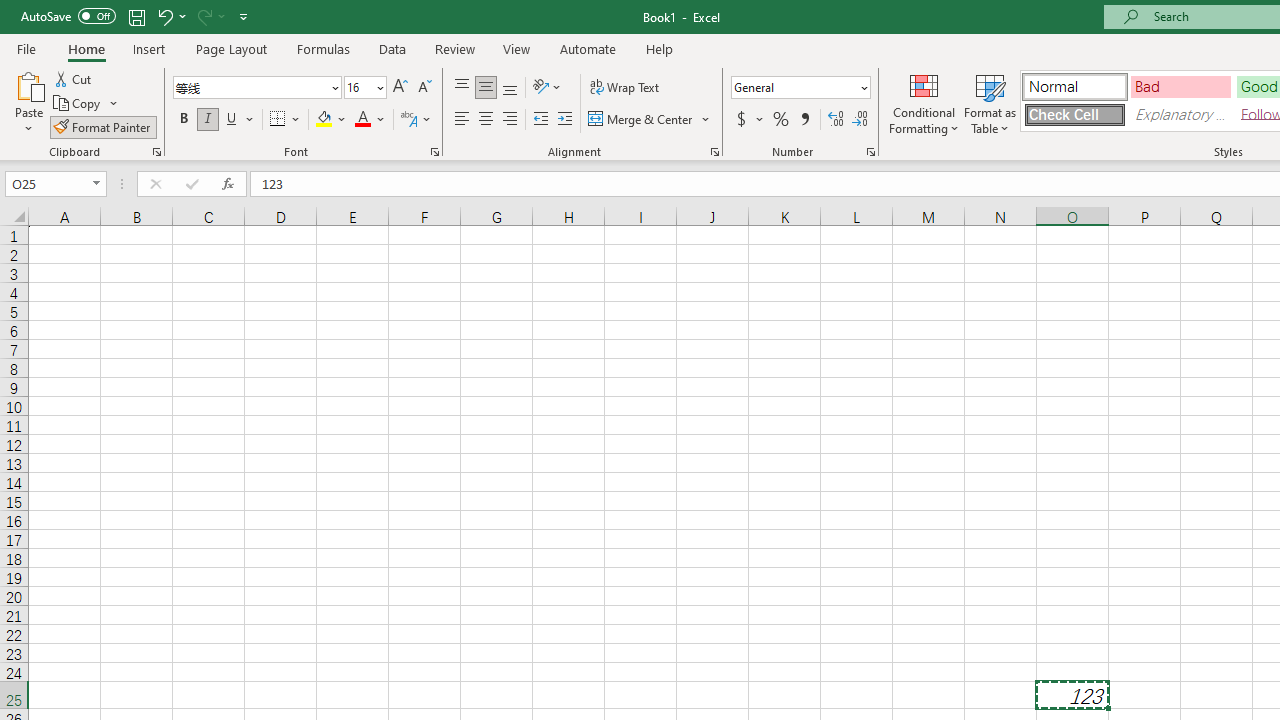 This screenshot has height=720, width=1280. Describe the element at coordinates (285, 119) in the screenshot. I see `'Borders'` at that location.